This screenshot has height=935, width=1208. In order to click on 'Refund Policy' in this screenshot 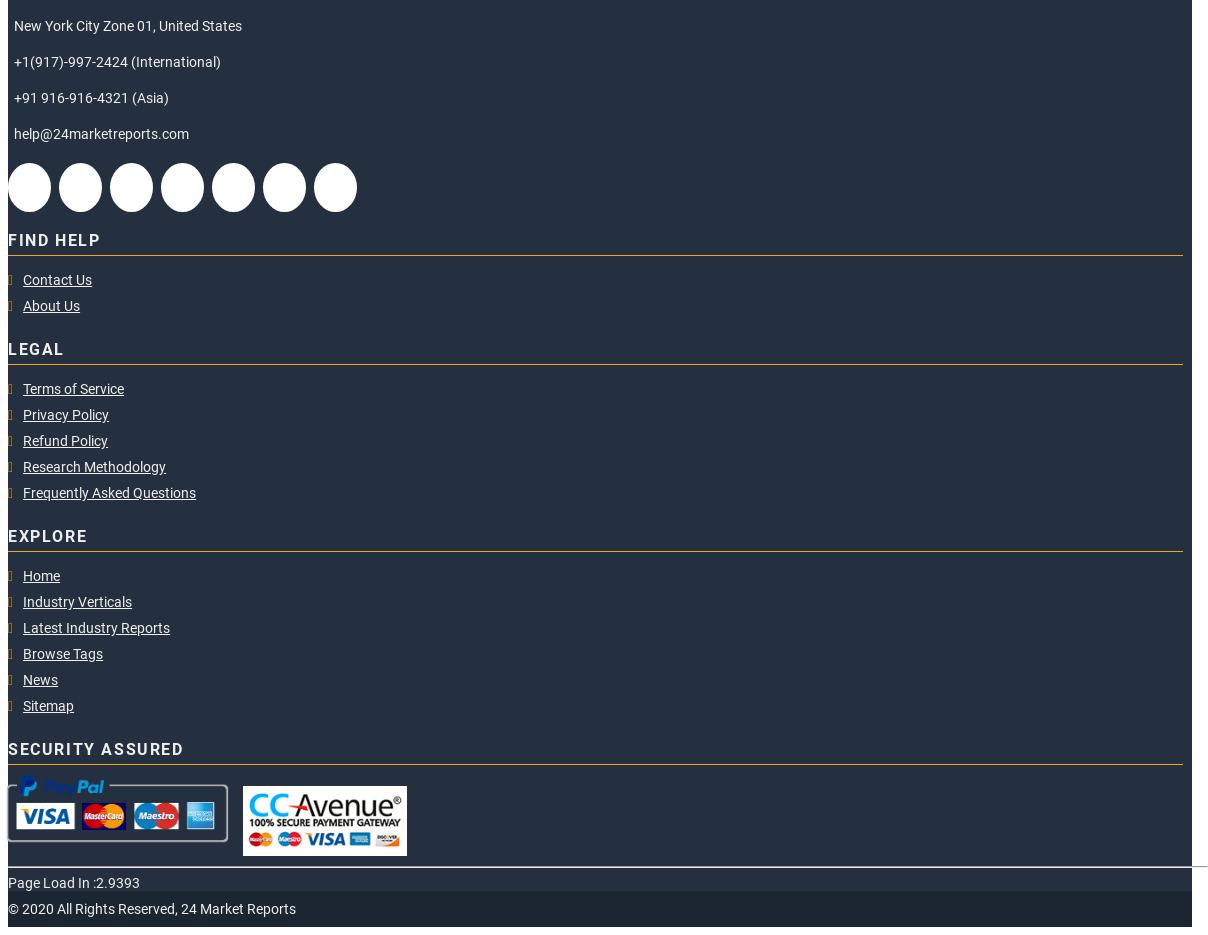, I will do `click(21, 440)`.